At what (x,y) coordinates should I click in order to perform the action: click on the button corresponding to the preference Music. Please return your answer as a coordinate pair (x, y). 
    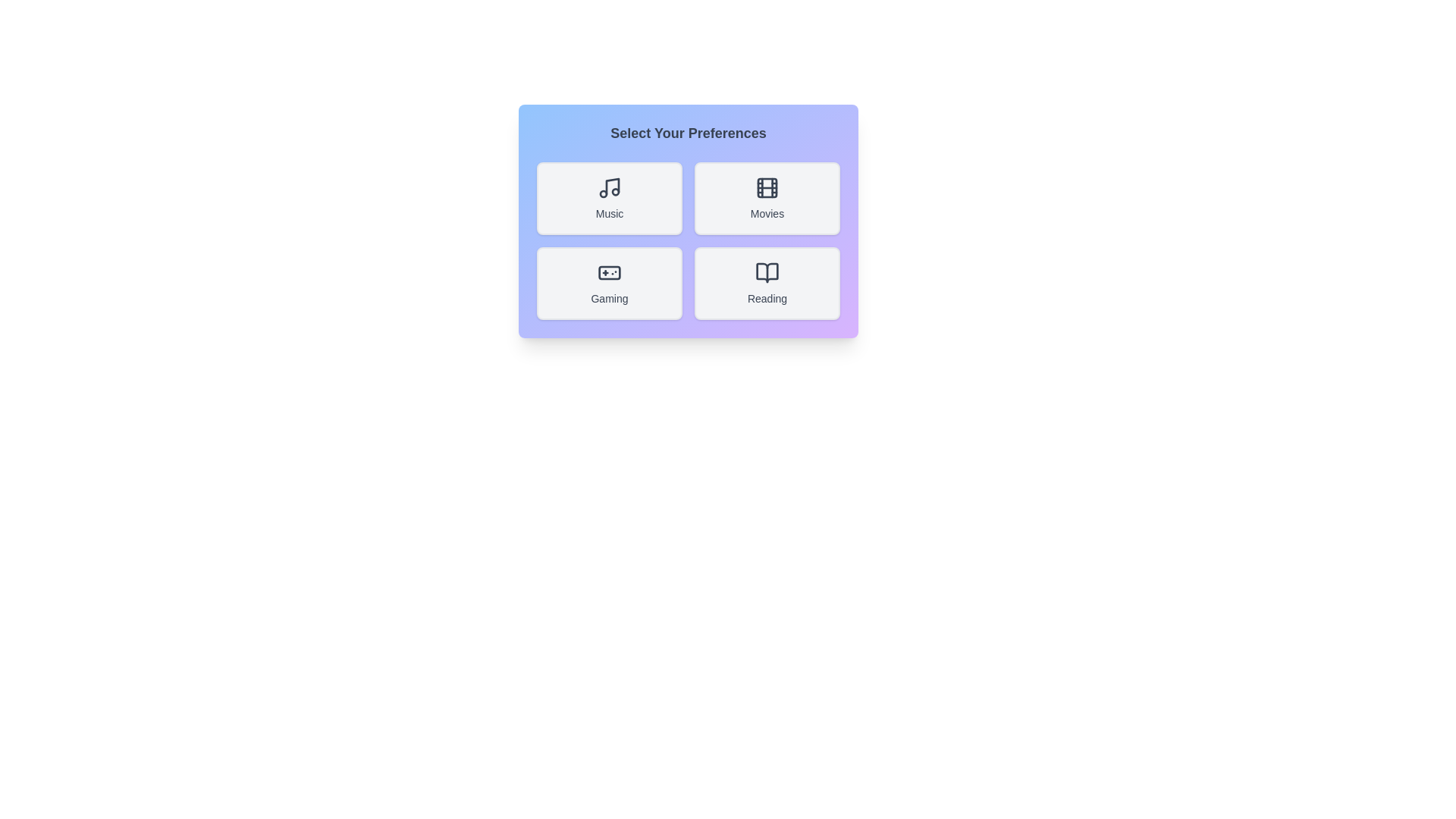
    Looking at the image, I should click on (610, 198).